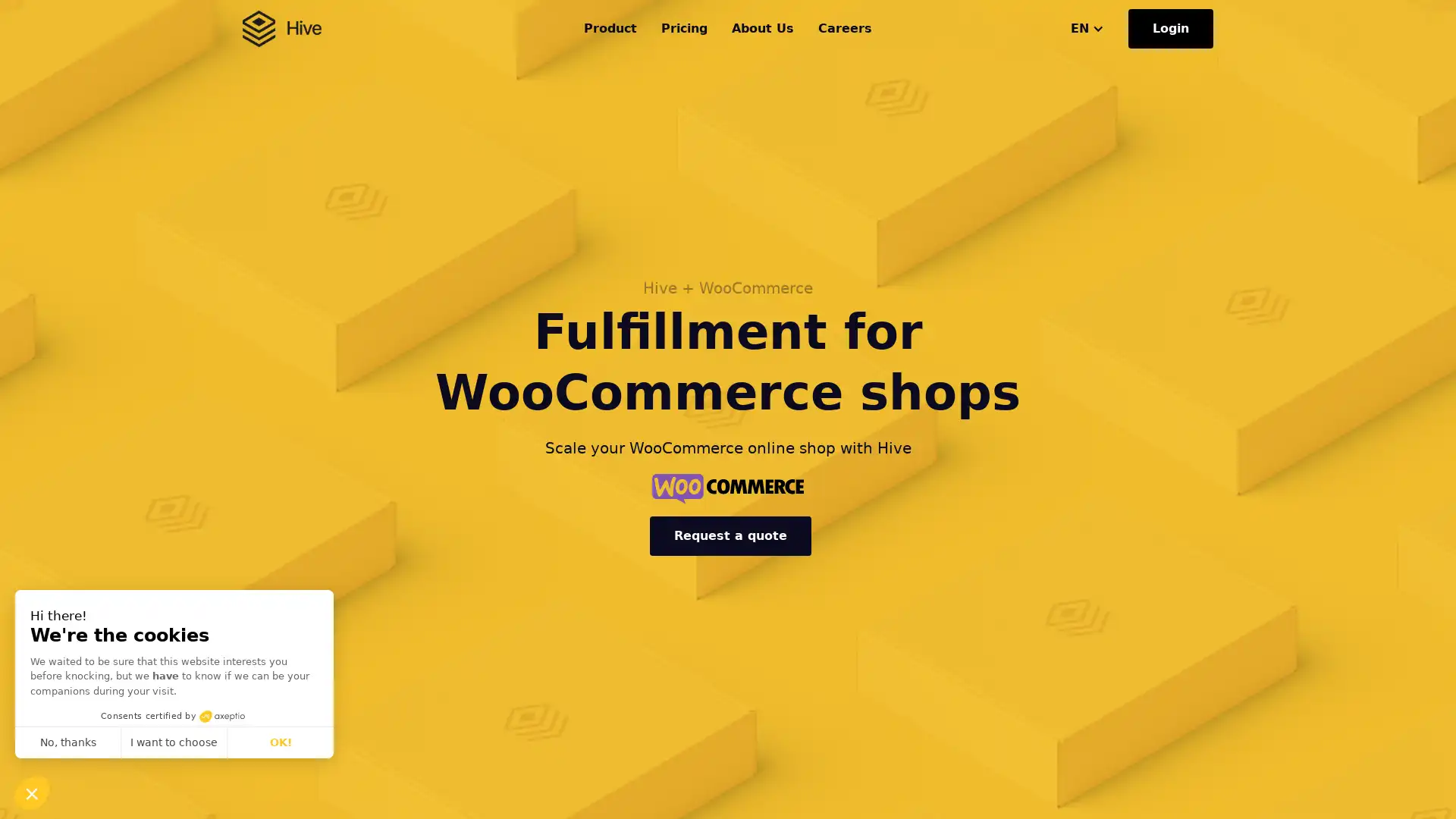 This screenshot has width=1456, height=819. What do you see at coordinates (32, 792) in the screenshot?
I see `Continue and decide later` at bounding box center [32, 792].